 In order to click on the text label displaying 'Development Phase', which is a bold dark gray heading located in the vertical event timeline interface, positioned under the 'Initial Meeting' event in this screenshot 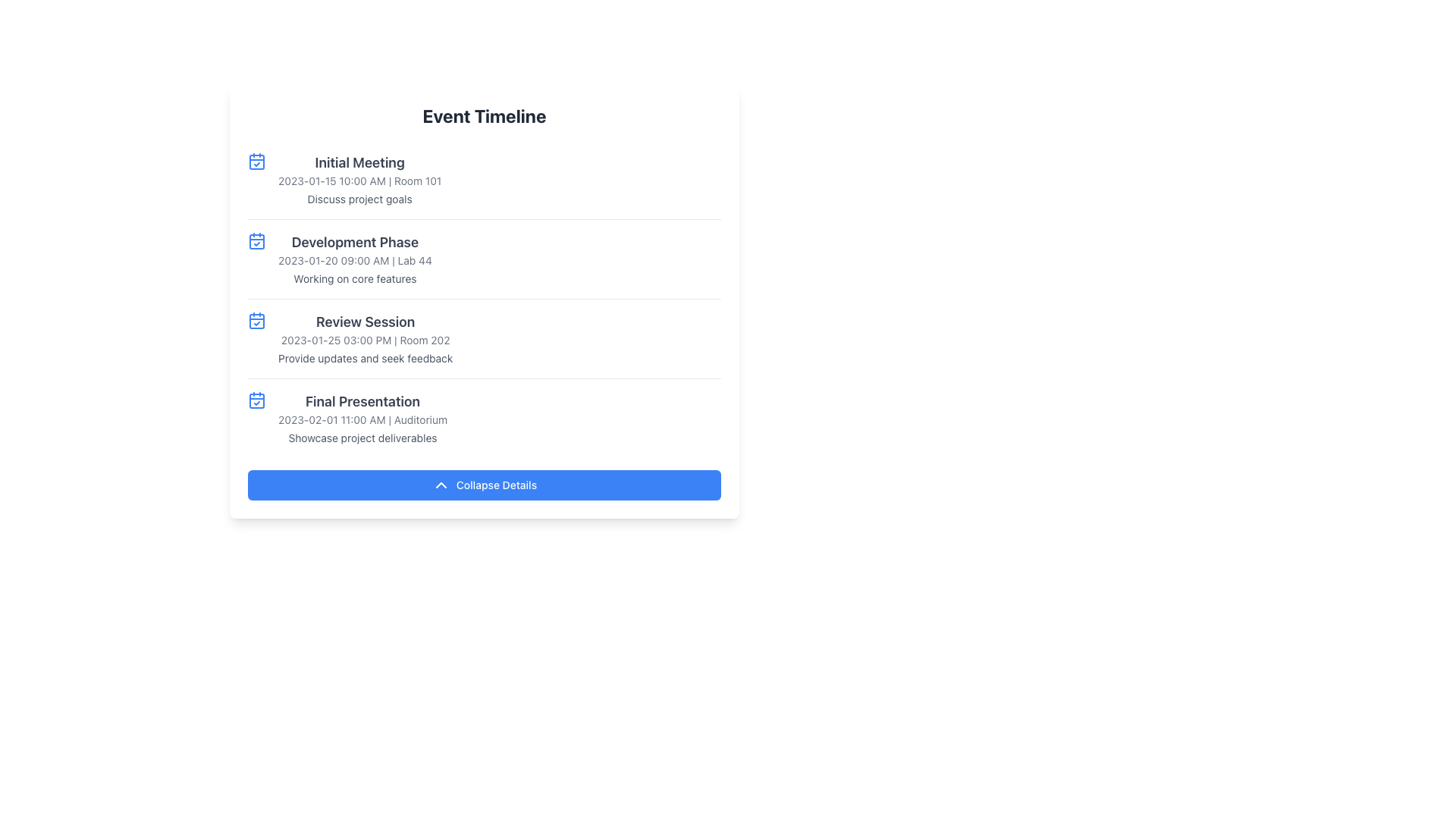, I will do `click(354, 242)`.